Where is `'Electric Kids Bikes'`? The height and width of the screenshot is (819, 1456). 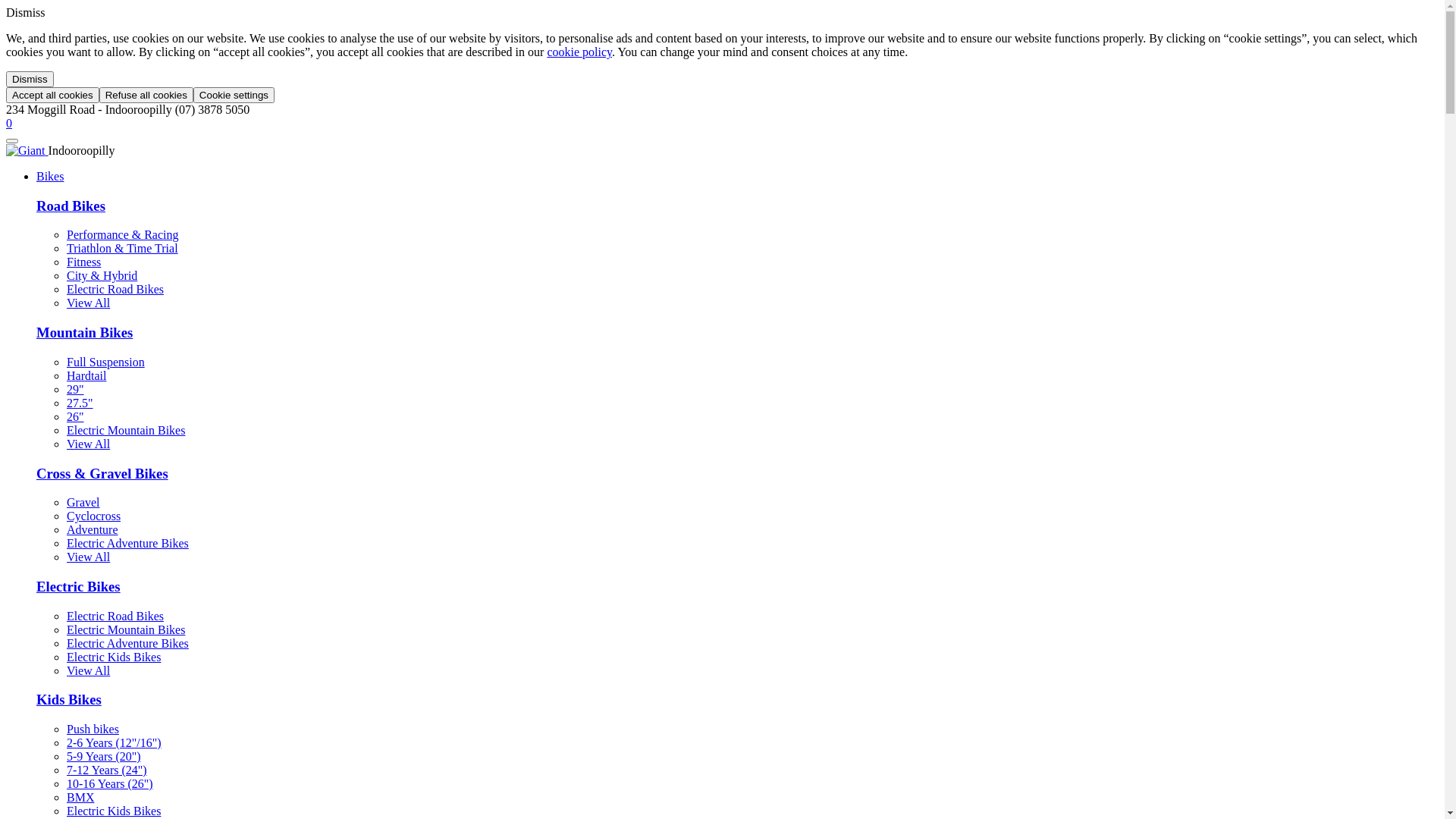 'Electric Kids Bikes' is located at coordinates (112, 656).